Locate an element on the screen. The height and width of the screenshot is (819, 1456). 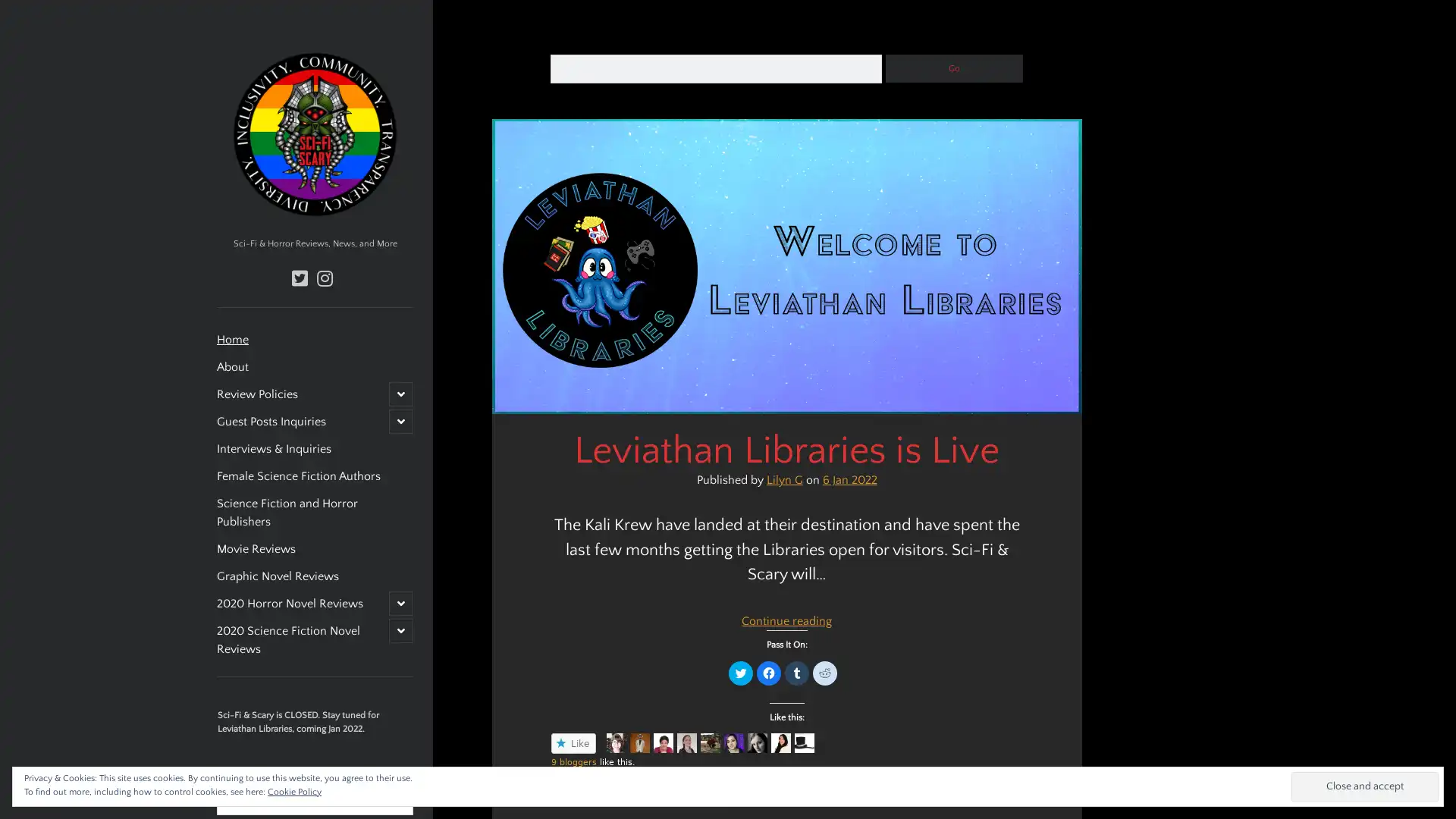
open child menu is located at coordinates (400, 394).